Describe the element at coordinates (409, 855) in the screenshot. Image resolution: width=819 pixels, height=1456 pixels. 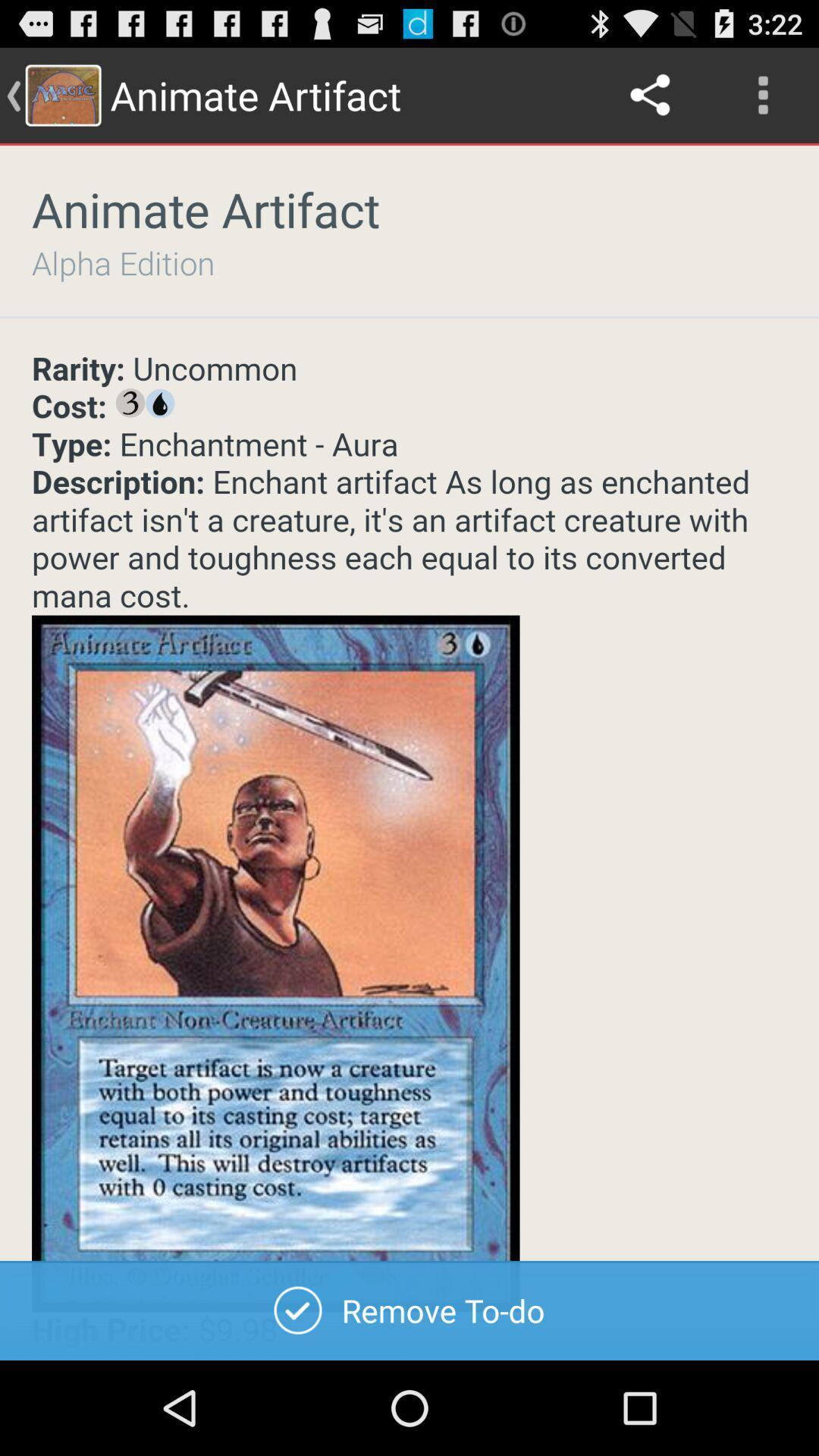
I see `item at the center` at that location.